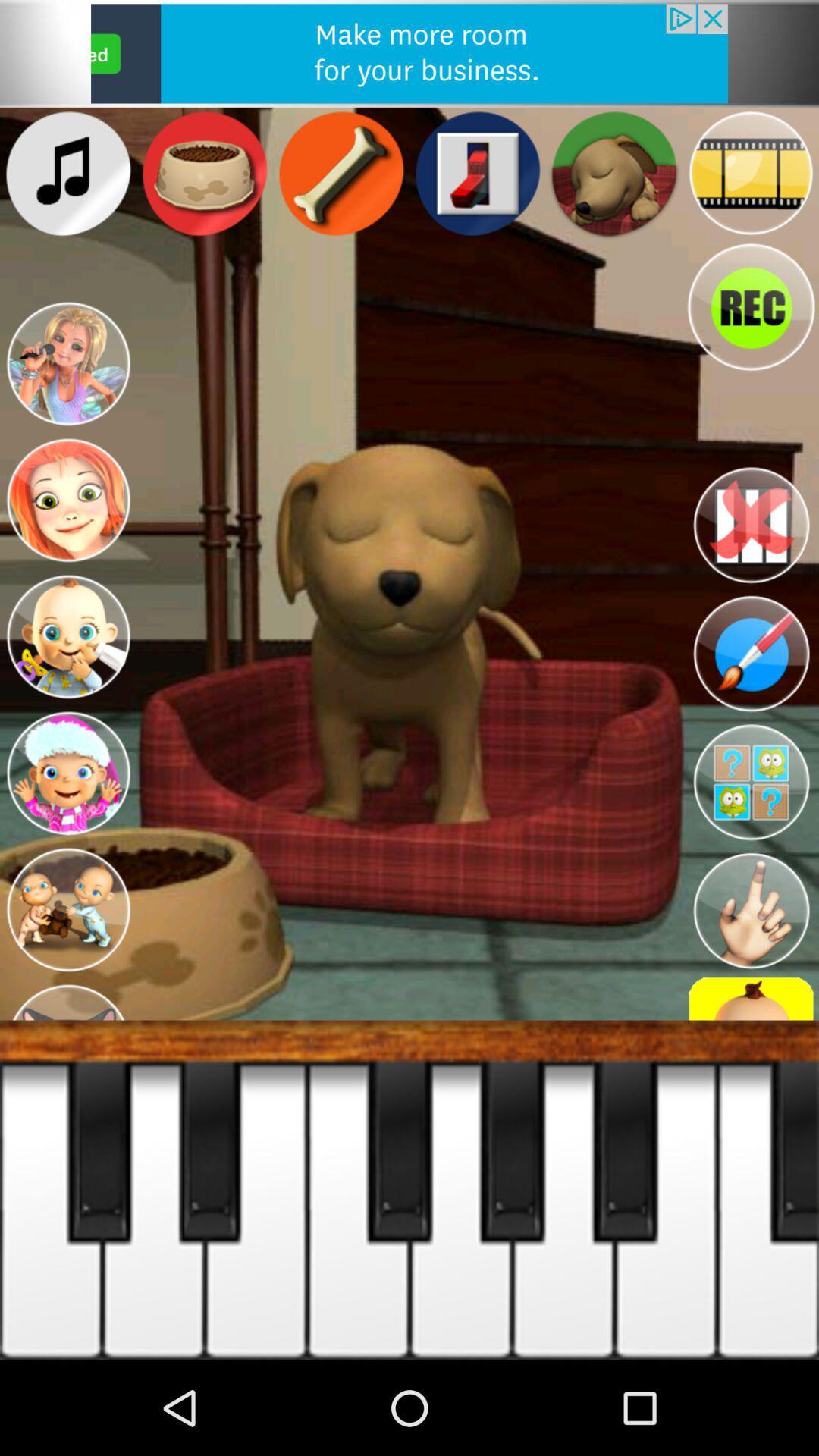 Image resolution: width=819 pixels, height=1456 pixels. I want to click on icon with text rec on a page, so click(751, 306).